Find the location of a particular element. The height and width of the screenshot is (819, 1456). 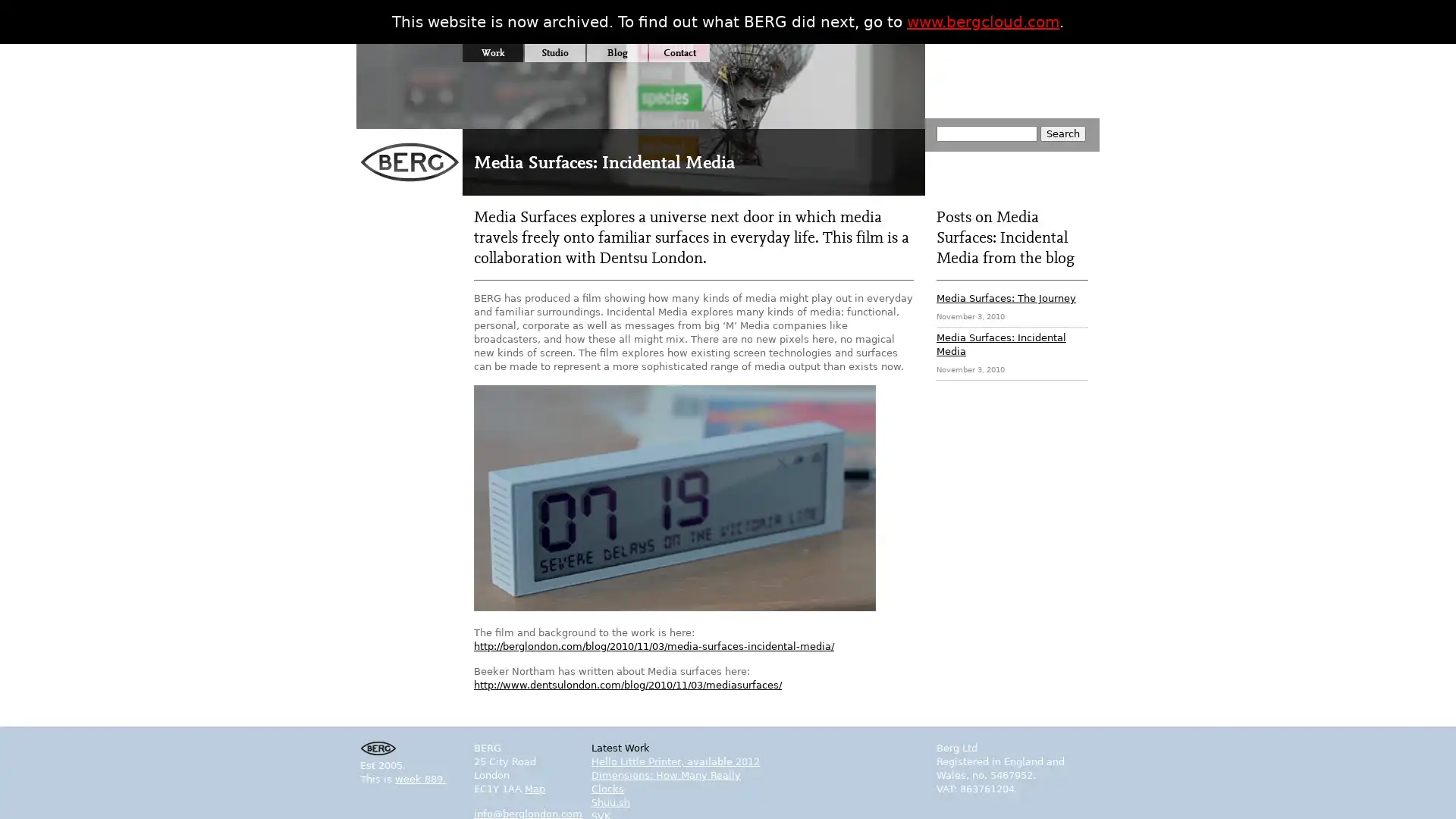

Search is located at coordinates (1062, 133).